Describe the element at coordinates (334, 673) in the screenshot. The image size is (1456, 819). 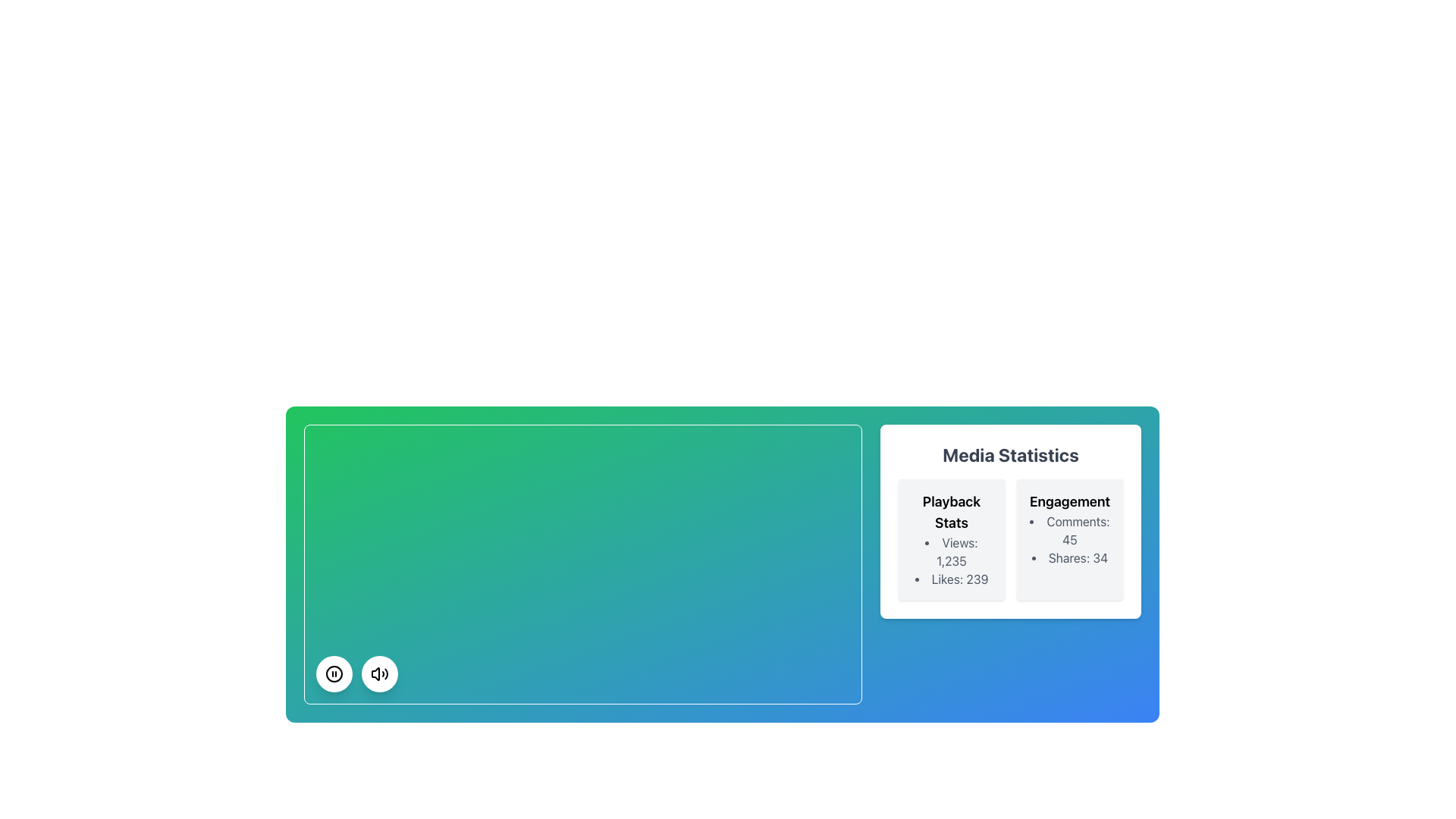
I see `the circular pause button with a black outline located in the bottom-left corner of the gradient panel` at that location.